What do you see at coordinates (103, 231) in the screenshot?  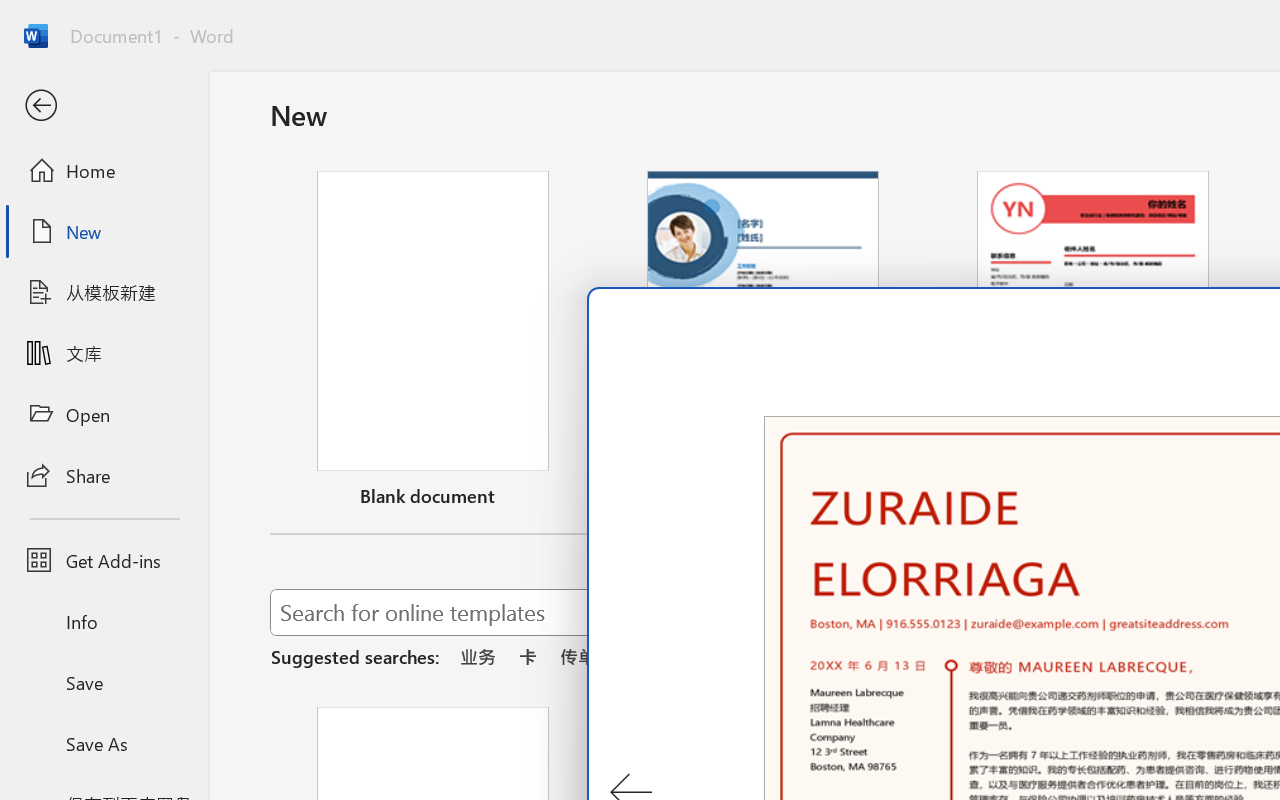 I see `'New'` at bounding box center [103, 231].